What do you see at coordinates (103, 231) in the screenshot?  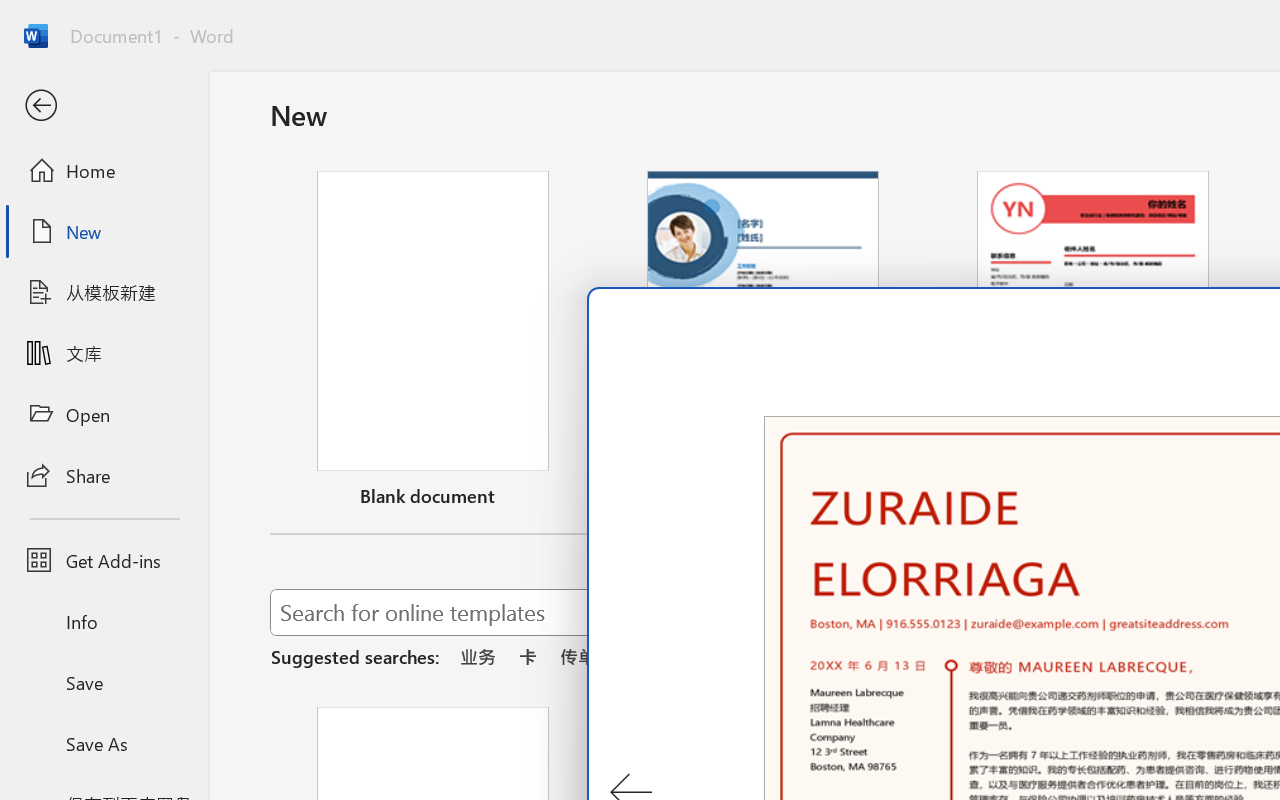 I see `'New'` at bounding box center [103, 231].